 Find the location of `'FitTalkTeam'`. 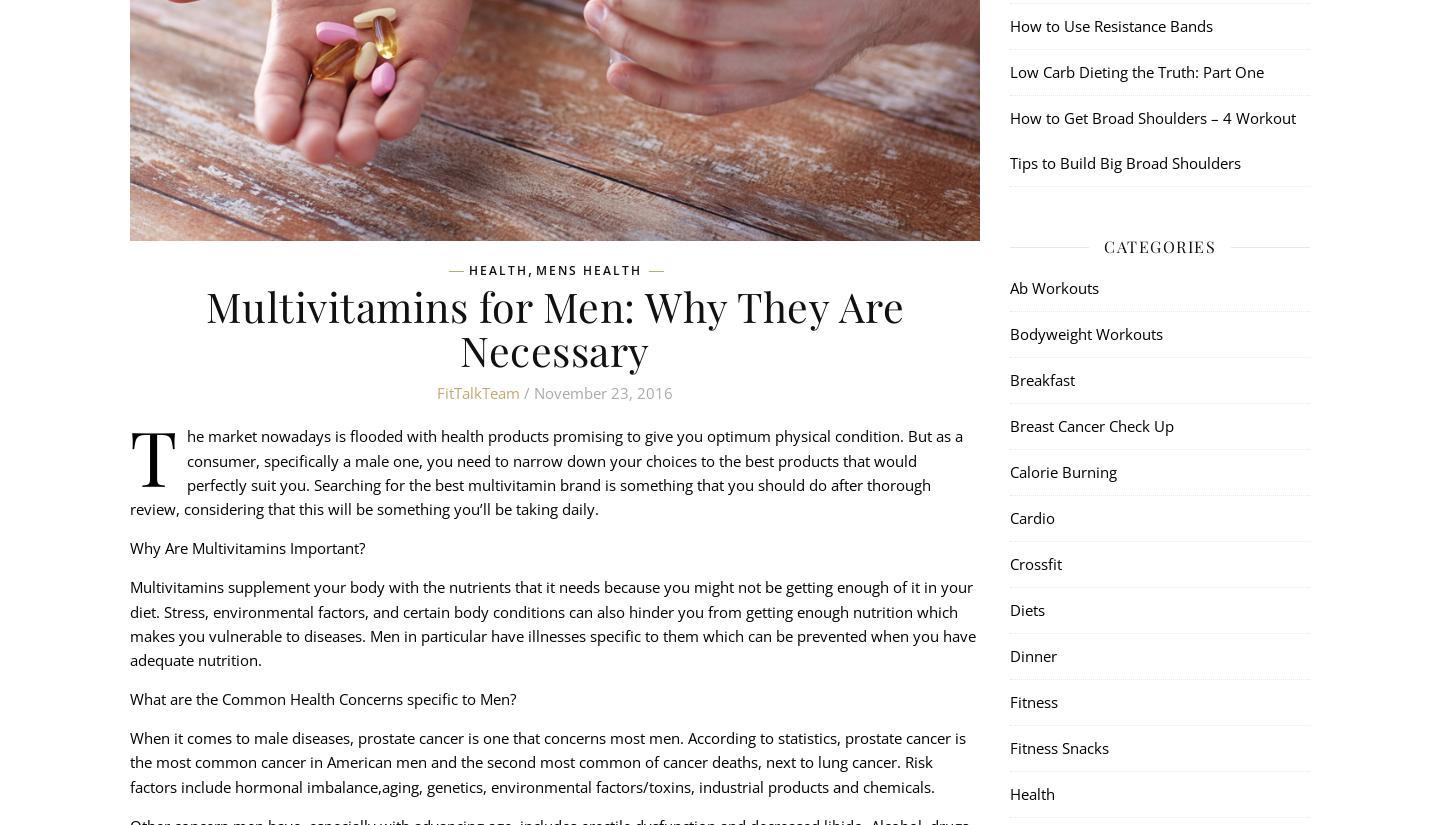

'FitTalkTeam' is located at coordinates (478, 392).